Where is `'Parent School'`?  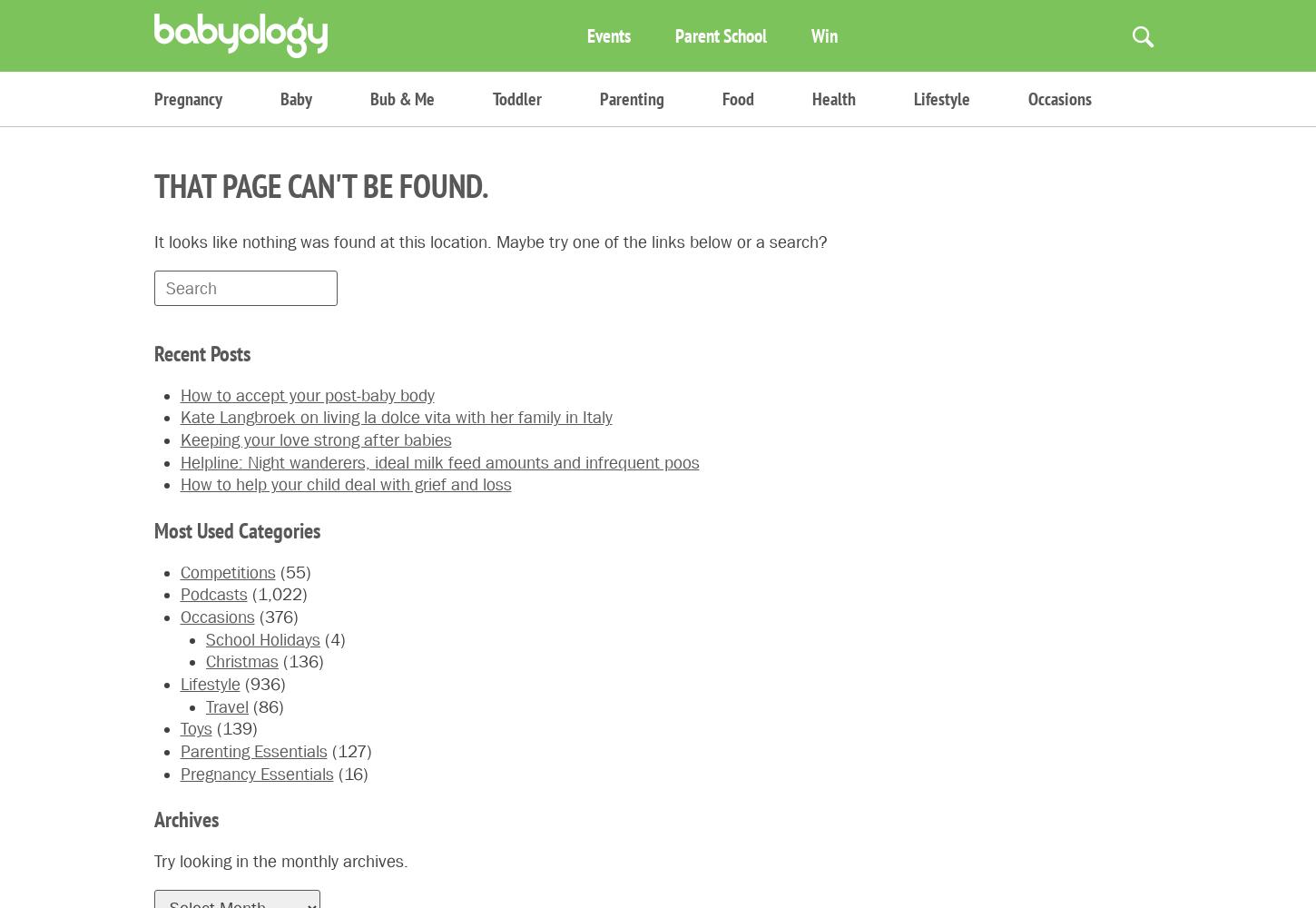
'Parent School' is located at coordinates (721, 35).